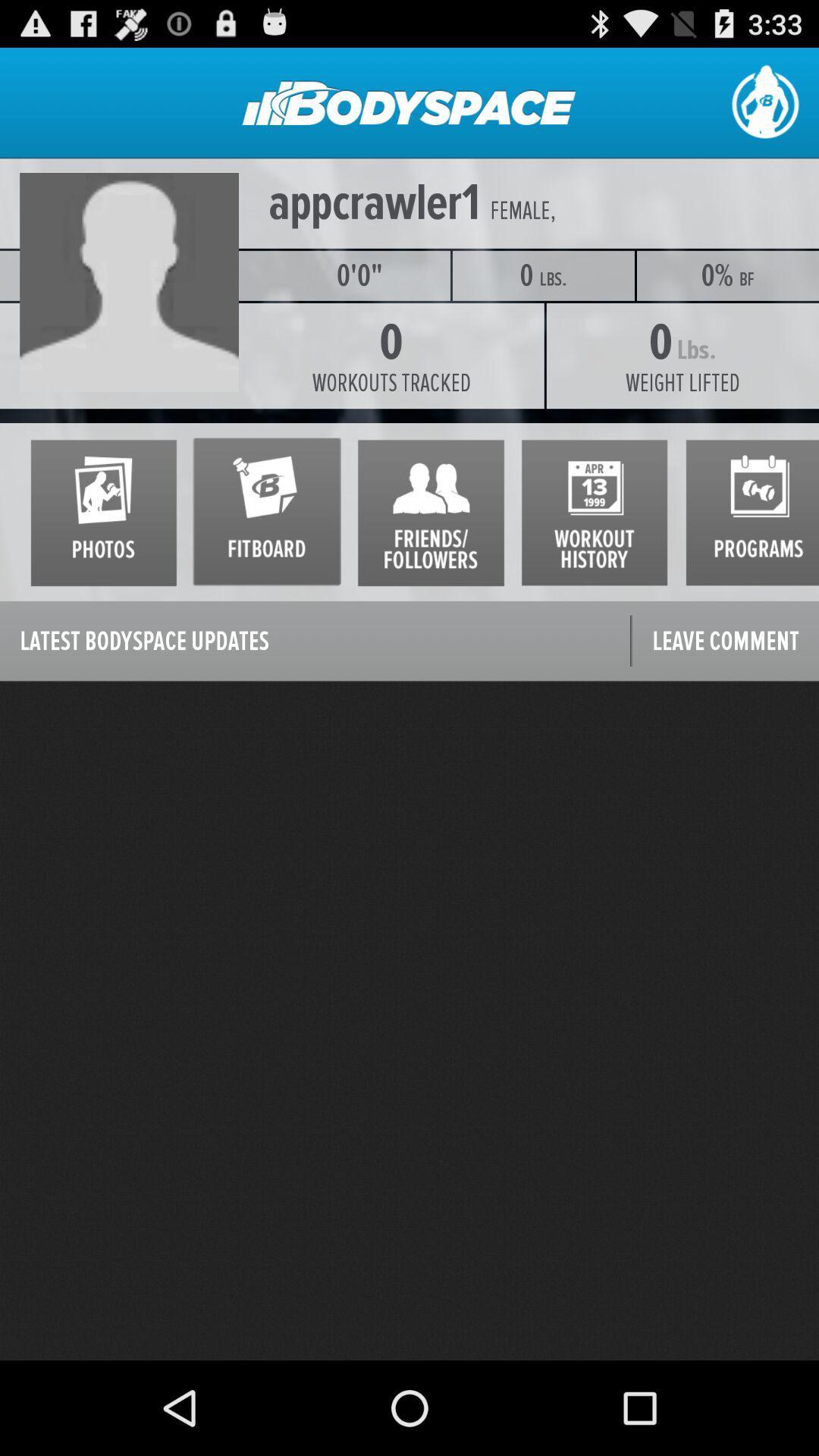  Describe the element at coordinates (374, 202) in the screenshot. I see `item to the left of the female` at that location.